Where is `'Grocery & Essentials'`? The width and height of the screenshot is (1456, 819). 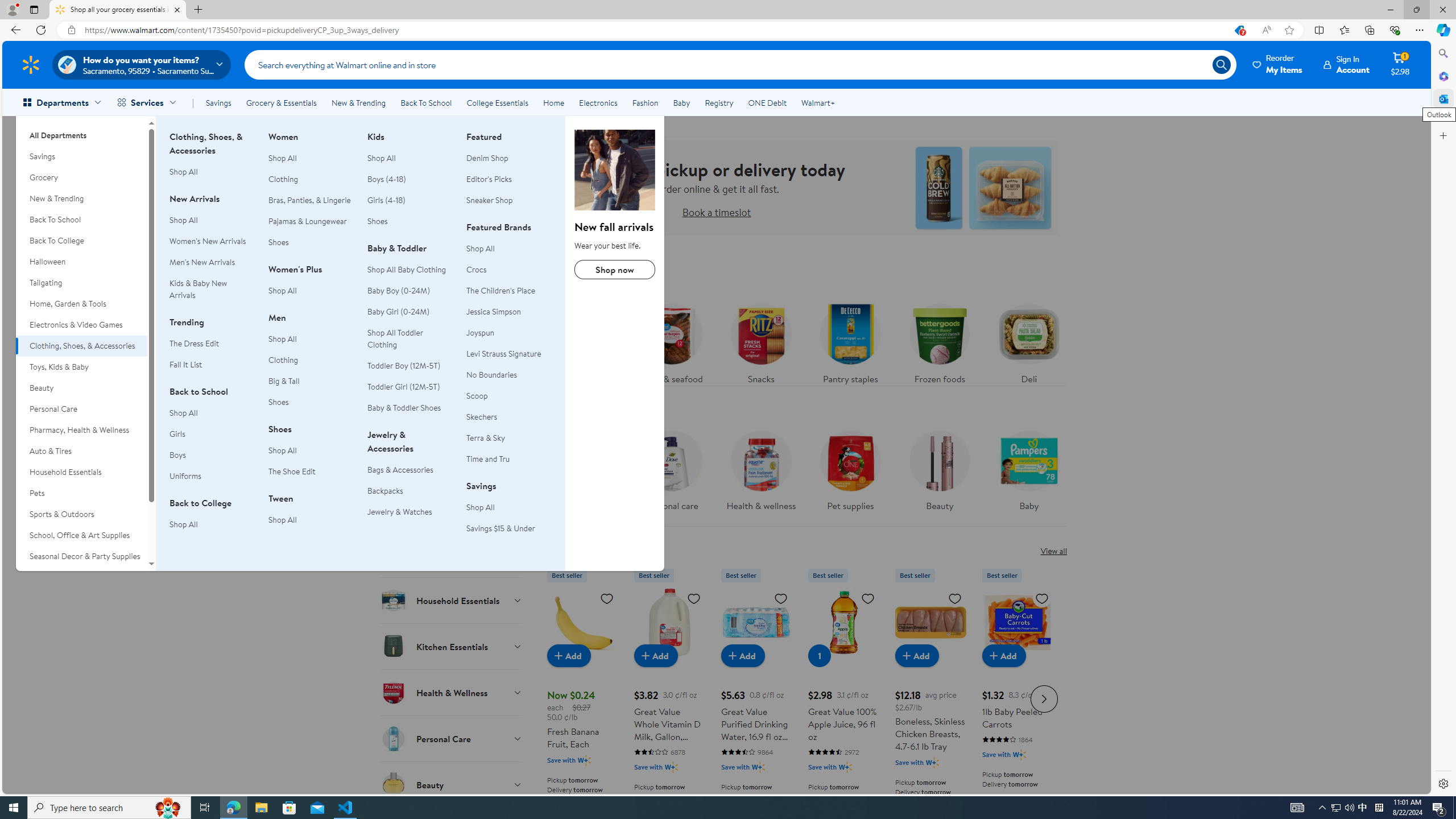 'Grocery & Essentials' is located at coordinates (280, 102).